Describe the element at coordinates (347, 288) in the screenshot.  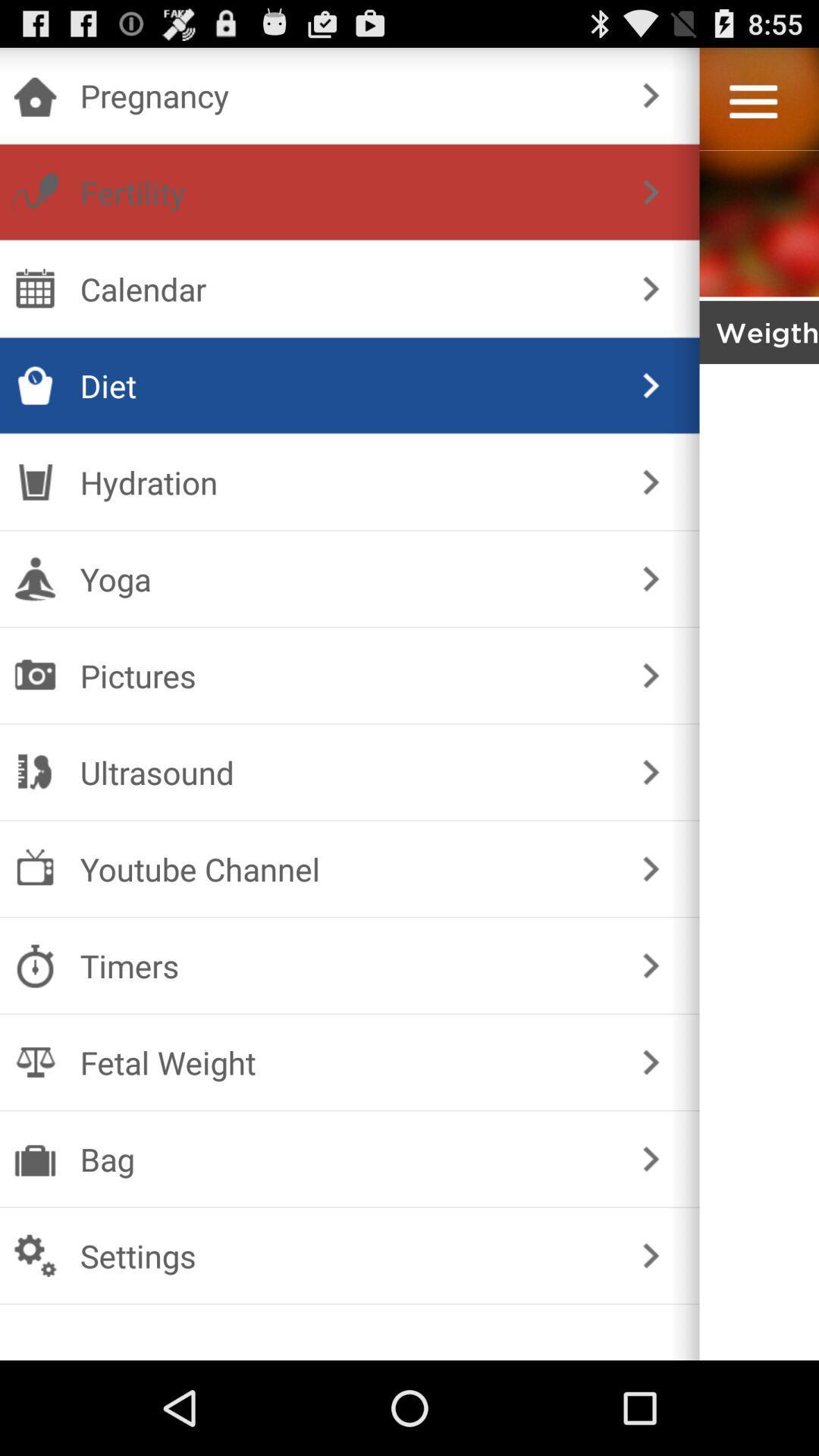
I see `the checkbox above the diet` at that location.